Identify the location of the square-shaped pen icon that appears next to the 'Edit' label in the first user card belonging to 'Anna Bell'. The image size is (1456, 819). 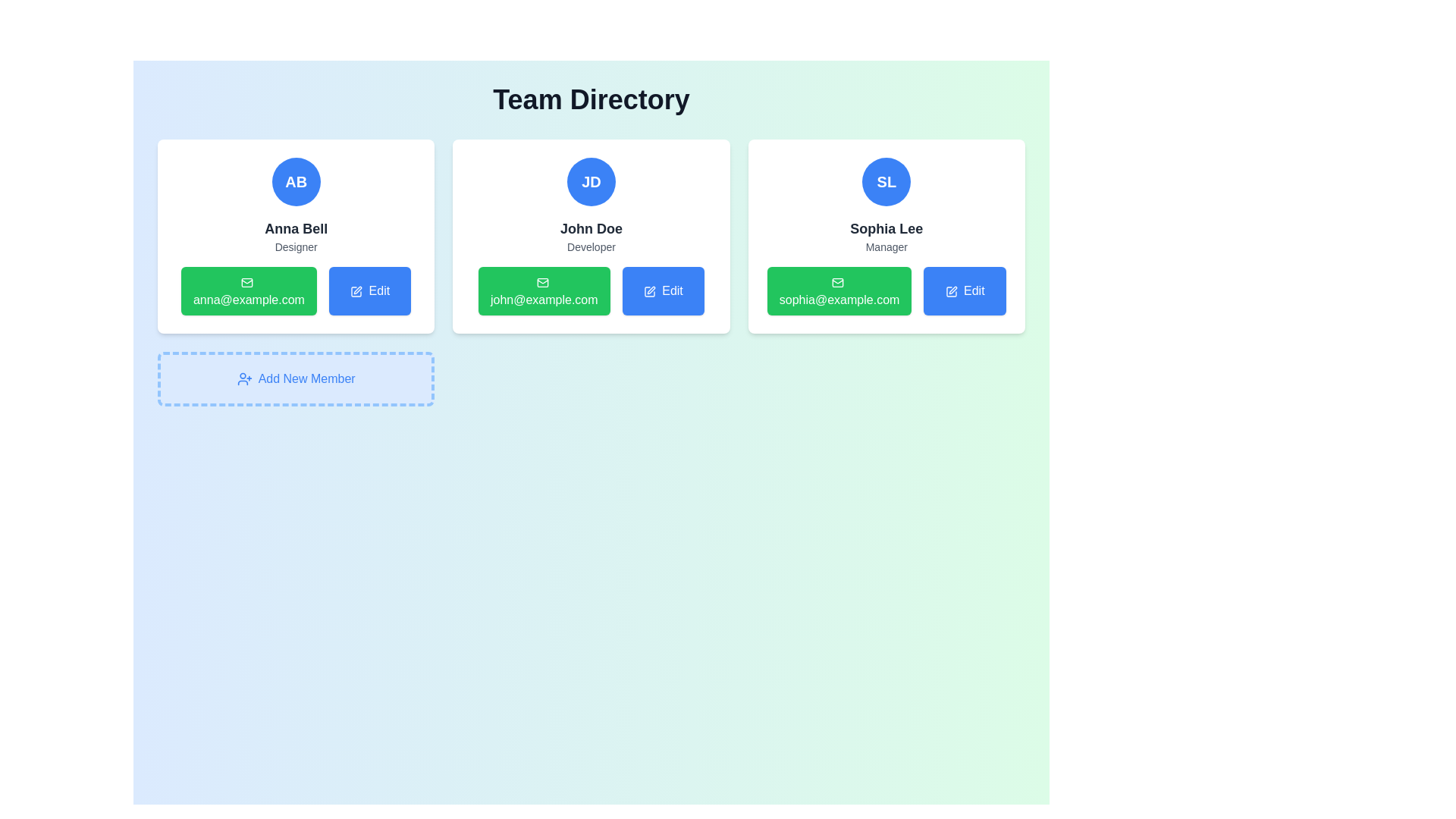
(356, 291).